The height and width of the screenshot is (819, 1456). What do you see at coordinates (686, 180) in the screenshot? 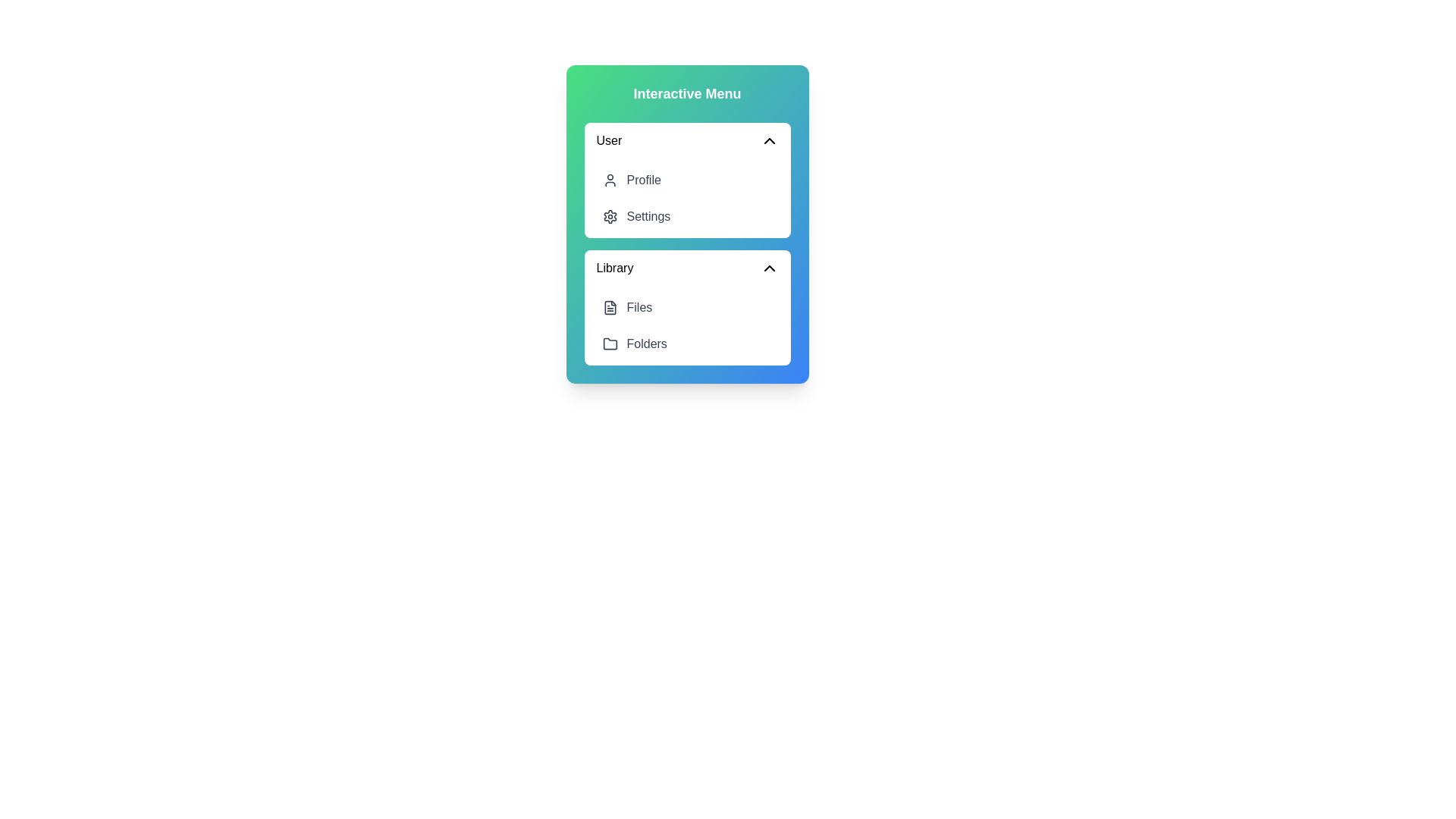
I see `the menu item Profile within the NestedDashboardMenu component` at bounding box center [686, 180].